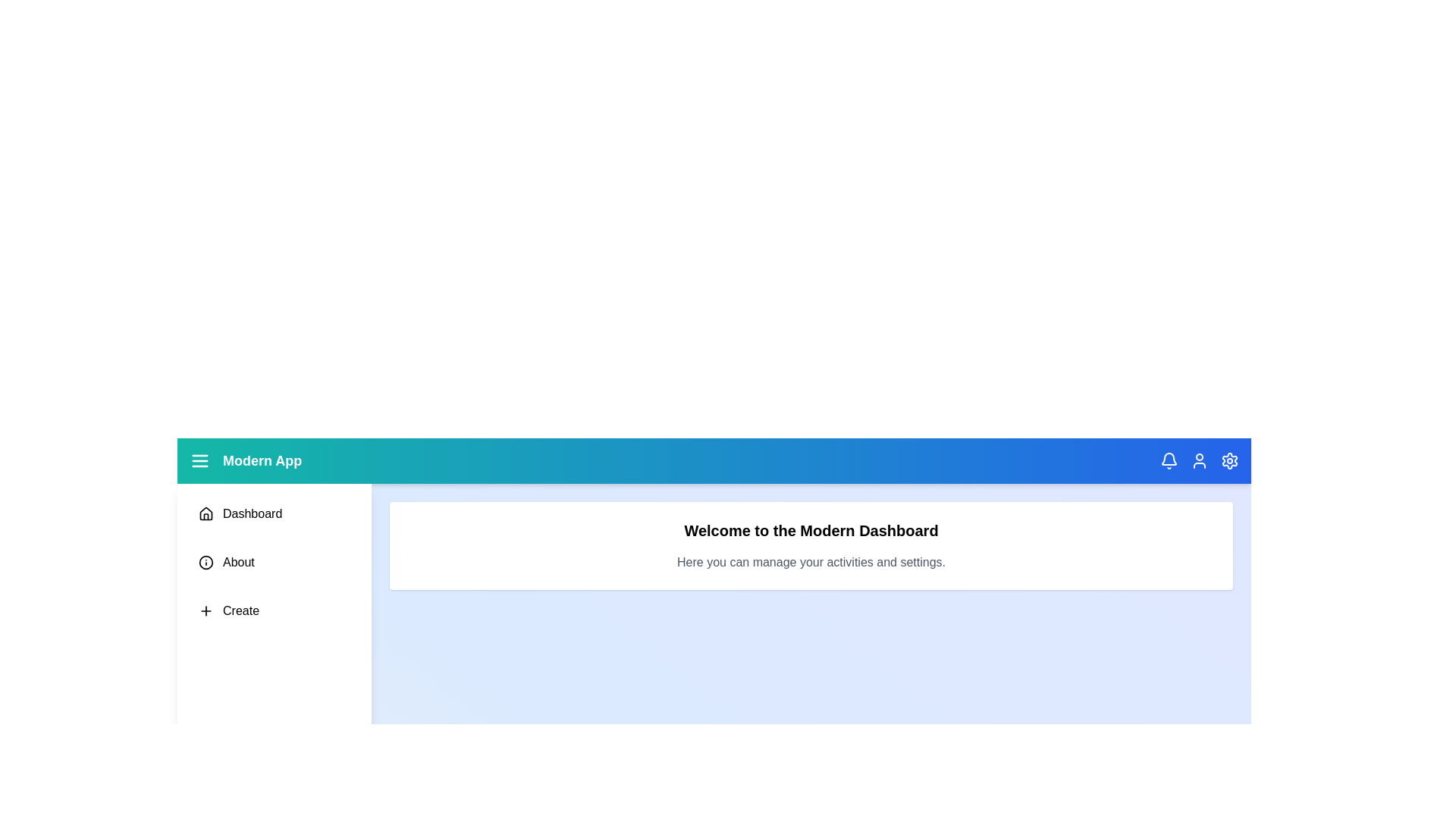  I want to click on the header icon User to perform its respective action, so click(1199, 460).